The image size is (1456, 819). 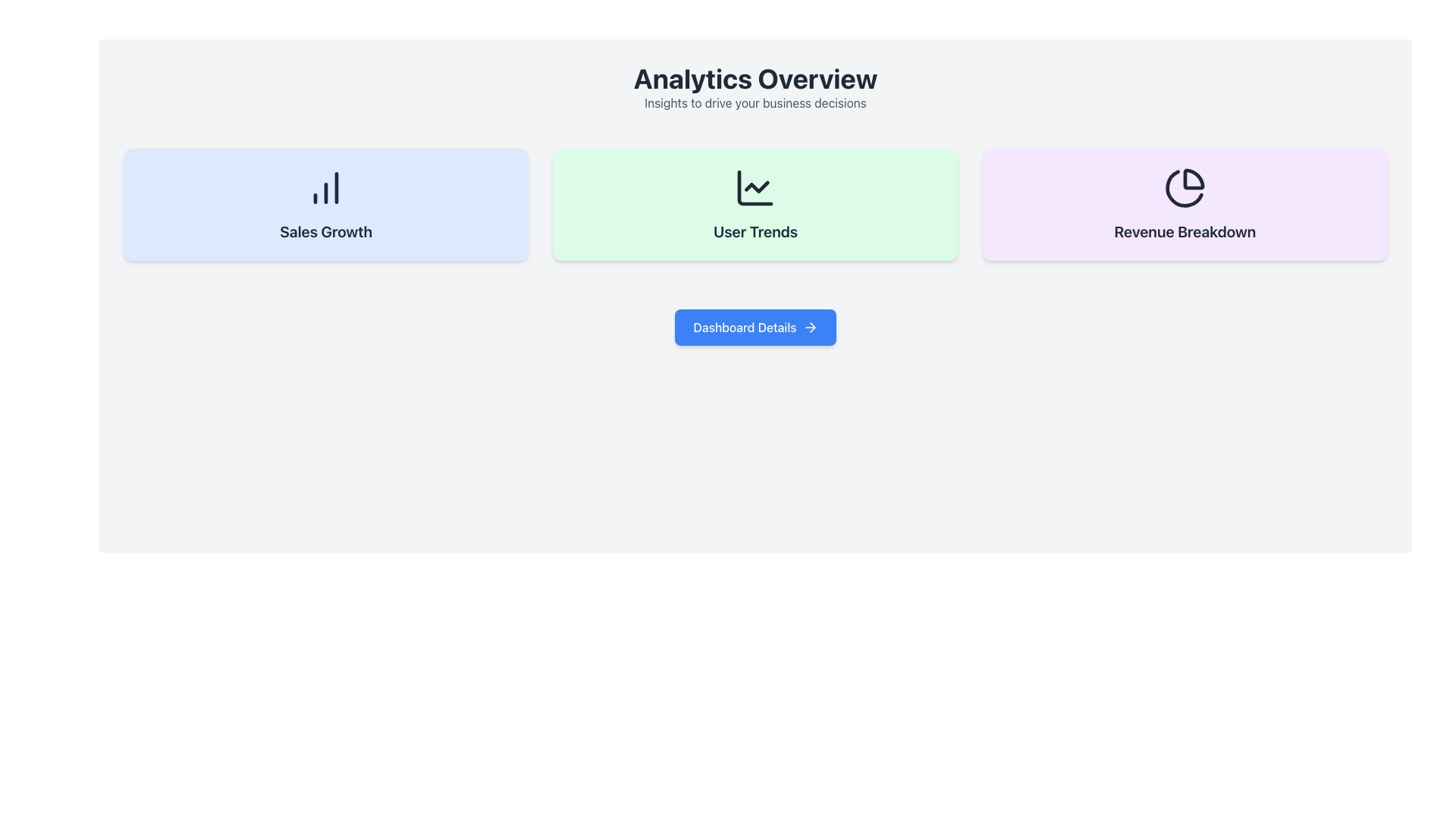 What do you see at coordinates (757, 186) in the screenshot?
I see `the small polyline styled in black, which appears as a zig-zag line within the green 'User Trends' card` at bounding box center [757, 186].